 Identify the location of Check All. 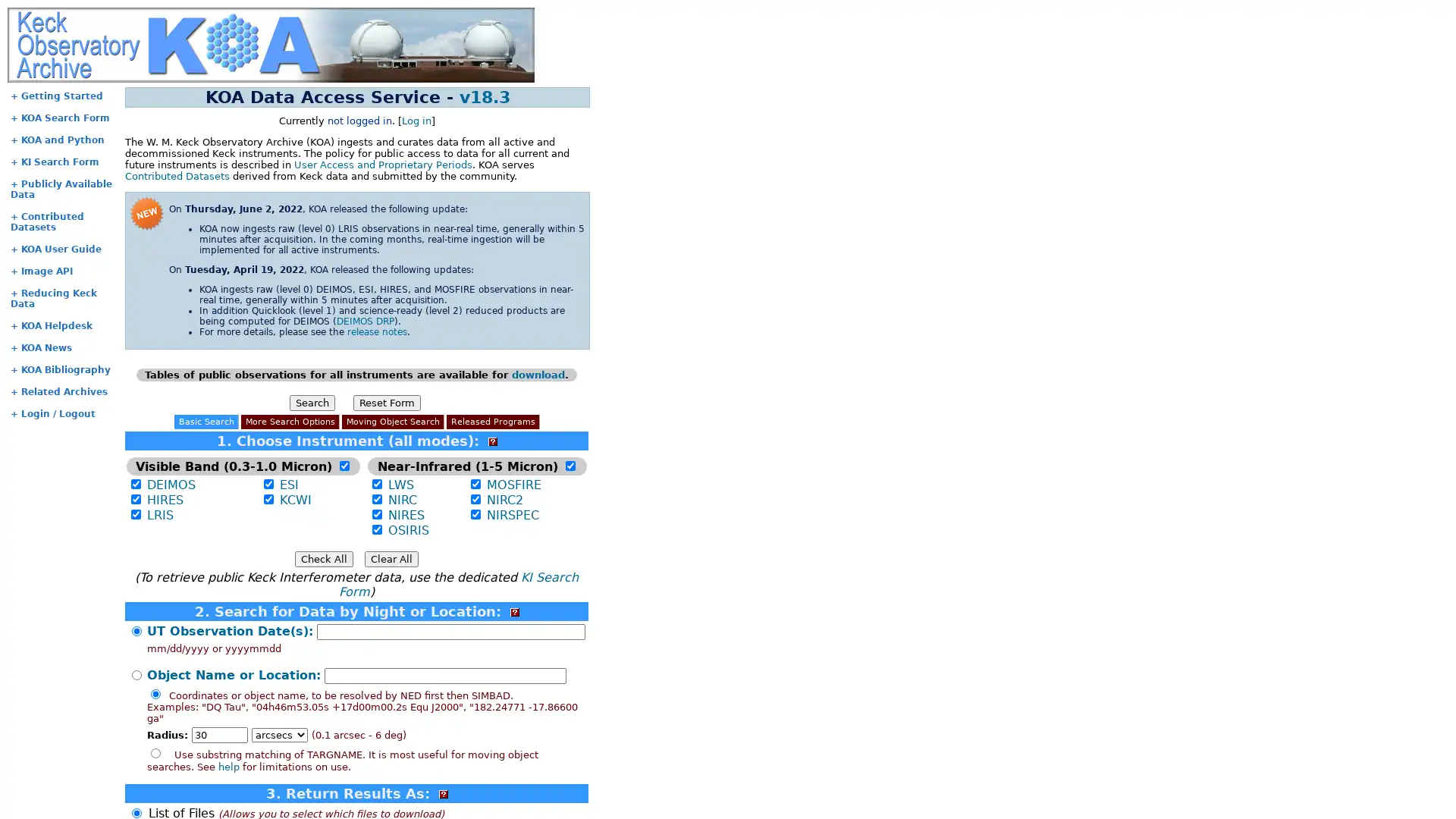
(323, 558).